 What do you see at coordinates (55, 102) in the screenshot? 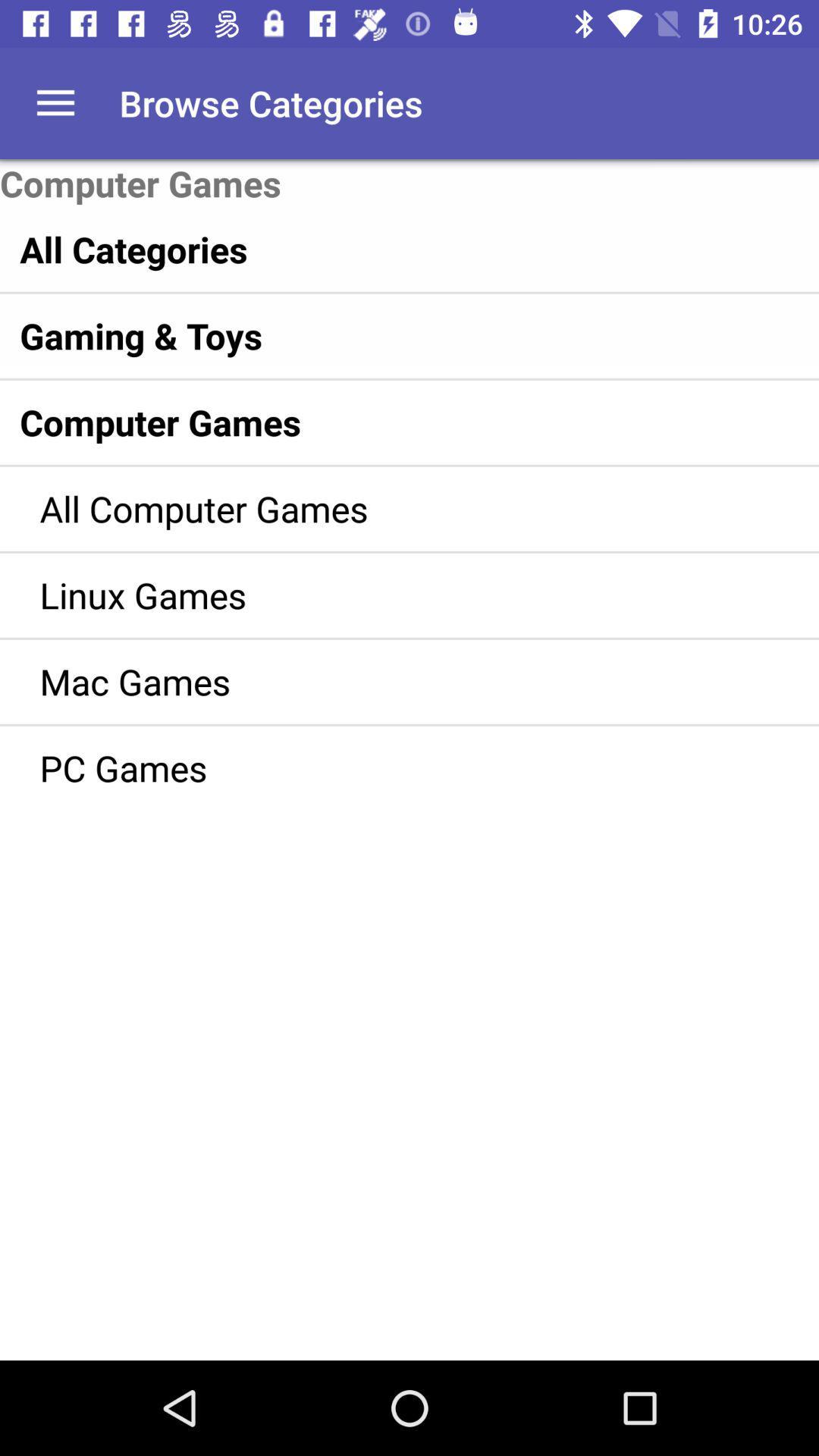
I see `drop down menu` at bounding box center [55, 102].